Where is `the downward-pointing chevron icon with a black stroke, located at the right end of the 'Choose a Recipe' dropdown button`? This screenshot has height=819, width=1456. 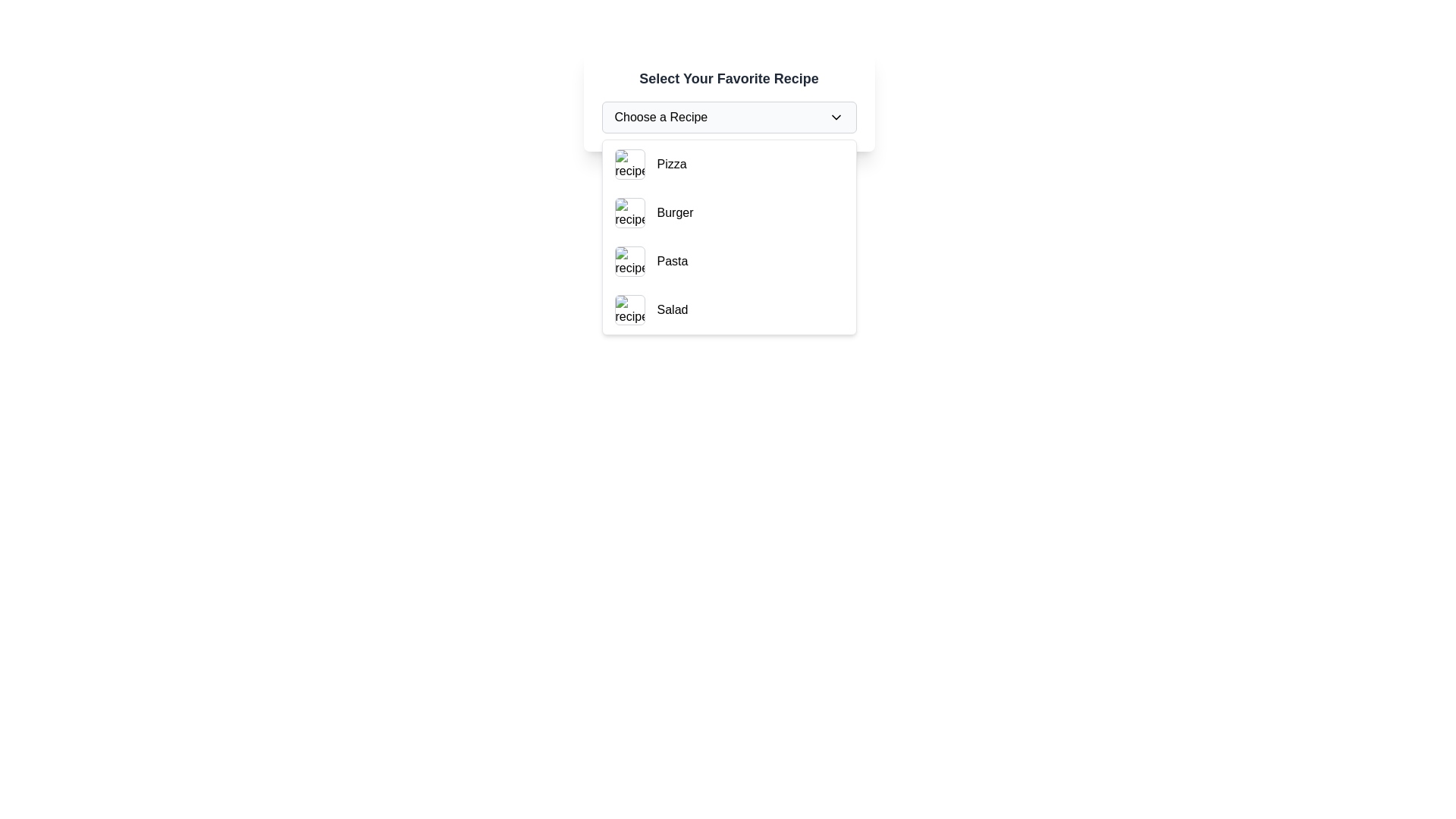
the downward-pointing chevron icon with a black stroke, located at the right end of the 'Choose a Recipe' dropdown button is located at coordinates (835, 116).